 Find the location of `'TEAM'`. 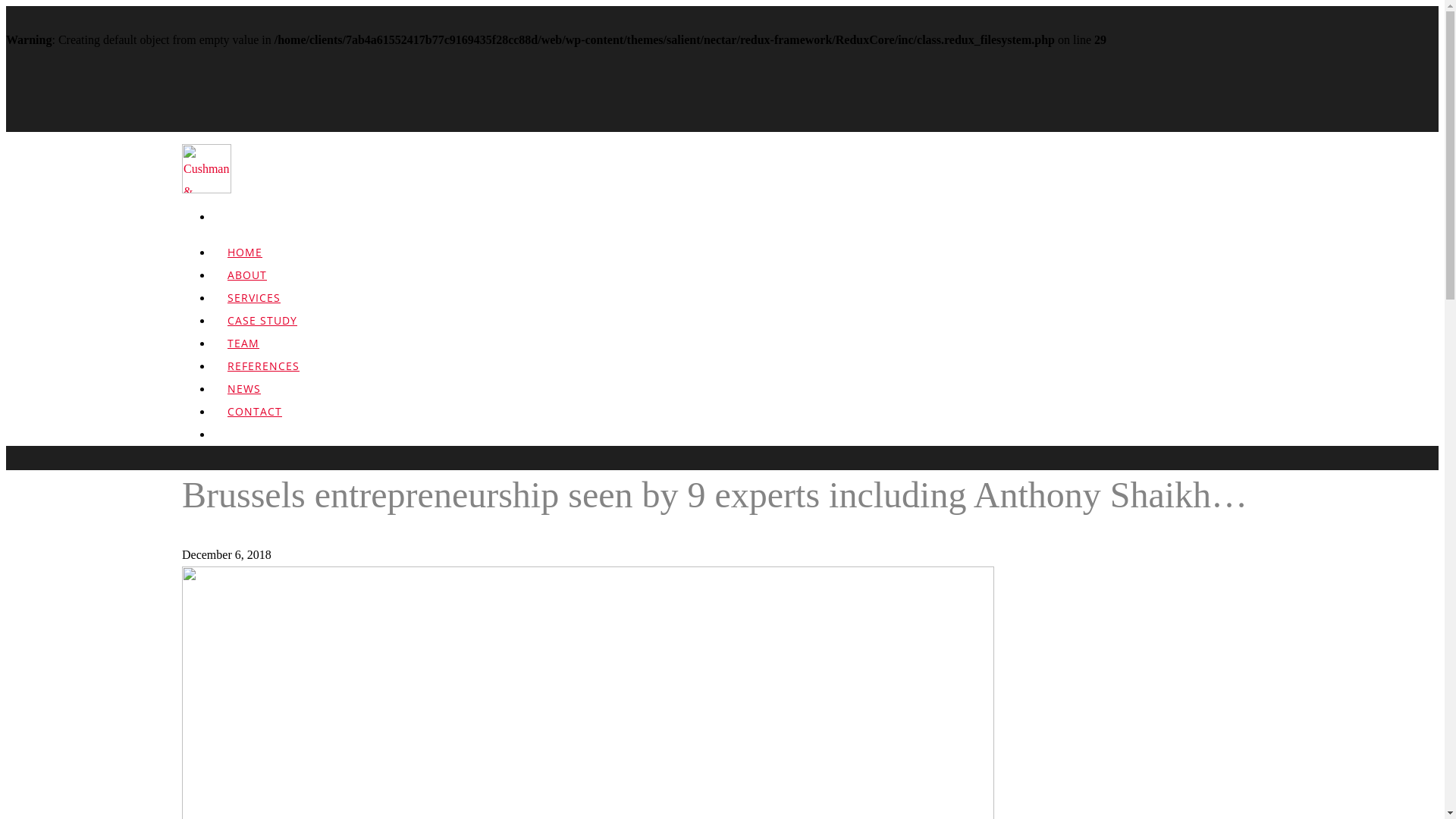

'TEAM' is located at coordinates (243, 353).